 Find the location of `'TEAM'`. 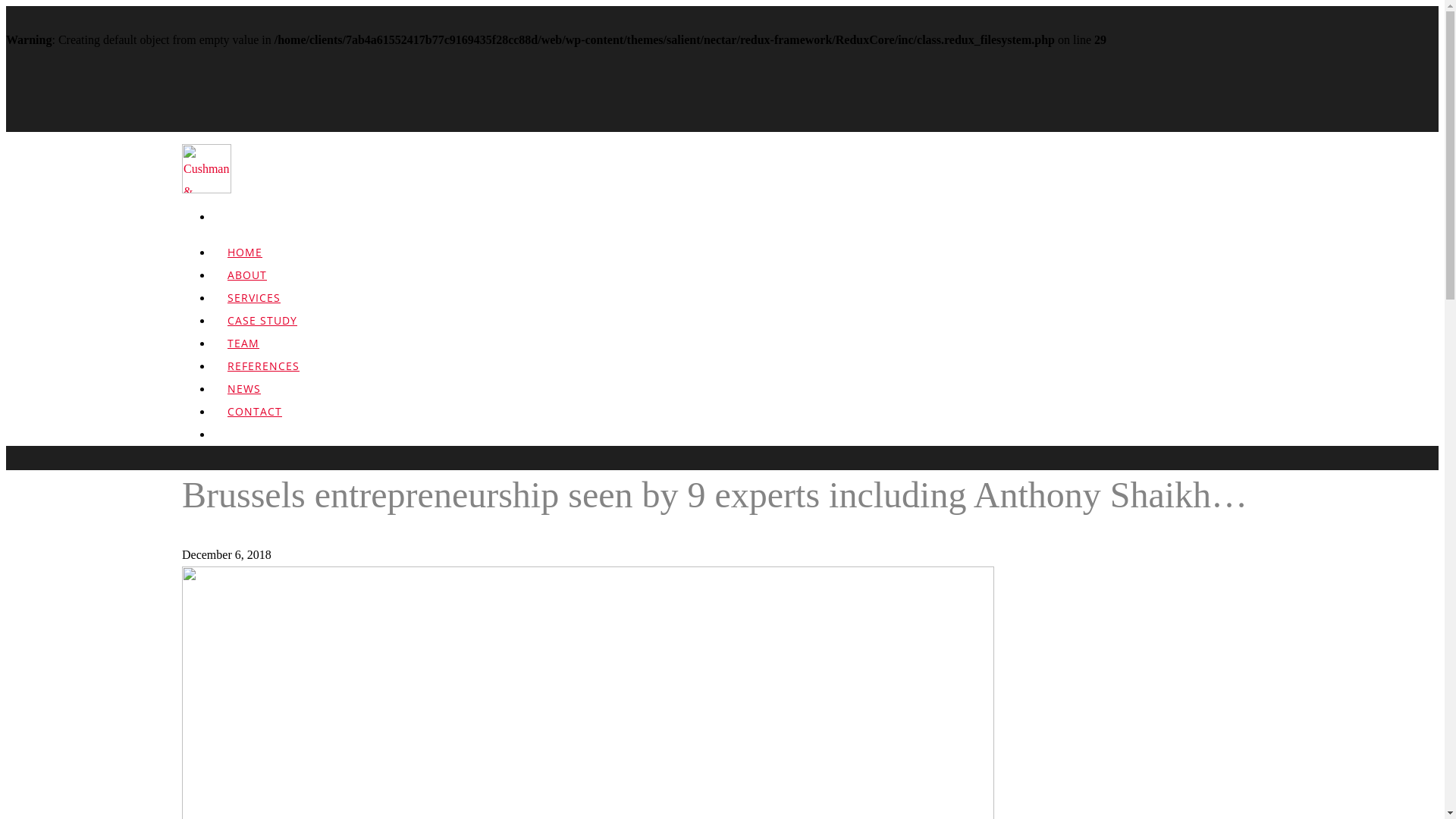

'TEAM' is located at coordinates (243, 353).